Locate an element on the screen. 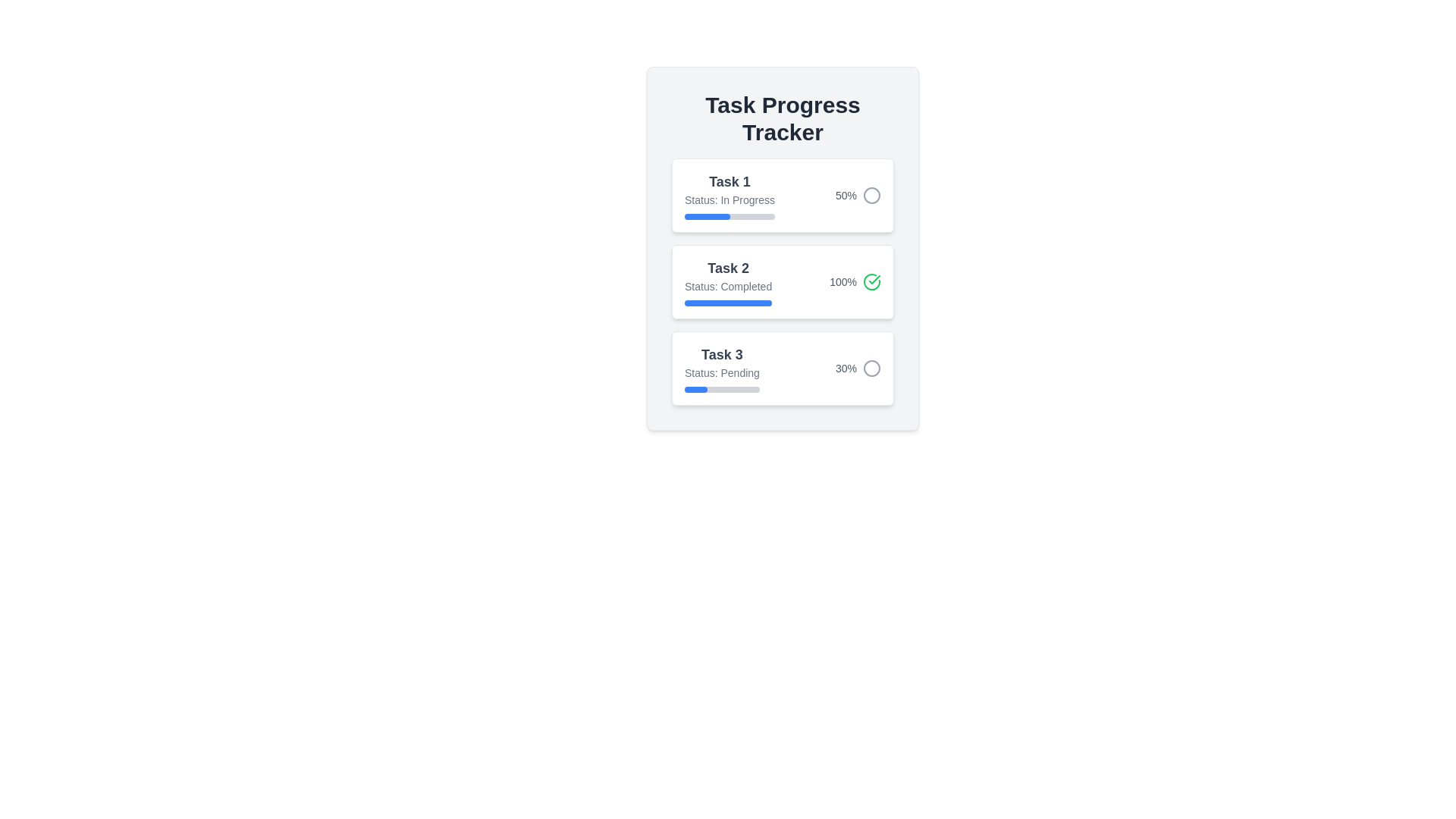 The height and width of the screenshot is (819, 1456). the text label reading 'Task 2', styled with a bold font and dark gray color, located in the 'Task Progress Tracker' interface is located at coordinates (728, 268).